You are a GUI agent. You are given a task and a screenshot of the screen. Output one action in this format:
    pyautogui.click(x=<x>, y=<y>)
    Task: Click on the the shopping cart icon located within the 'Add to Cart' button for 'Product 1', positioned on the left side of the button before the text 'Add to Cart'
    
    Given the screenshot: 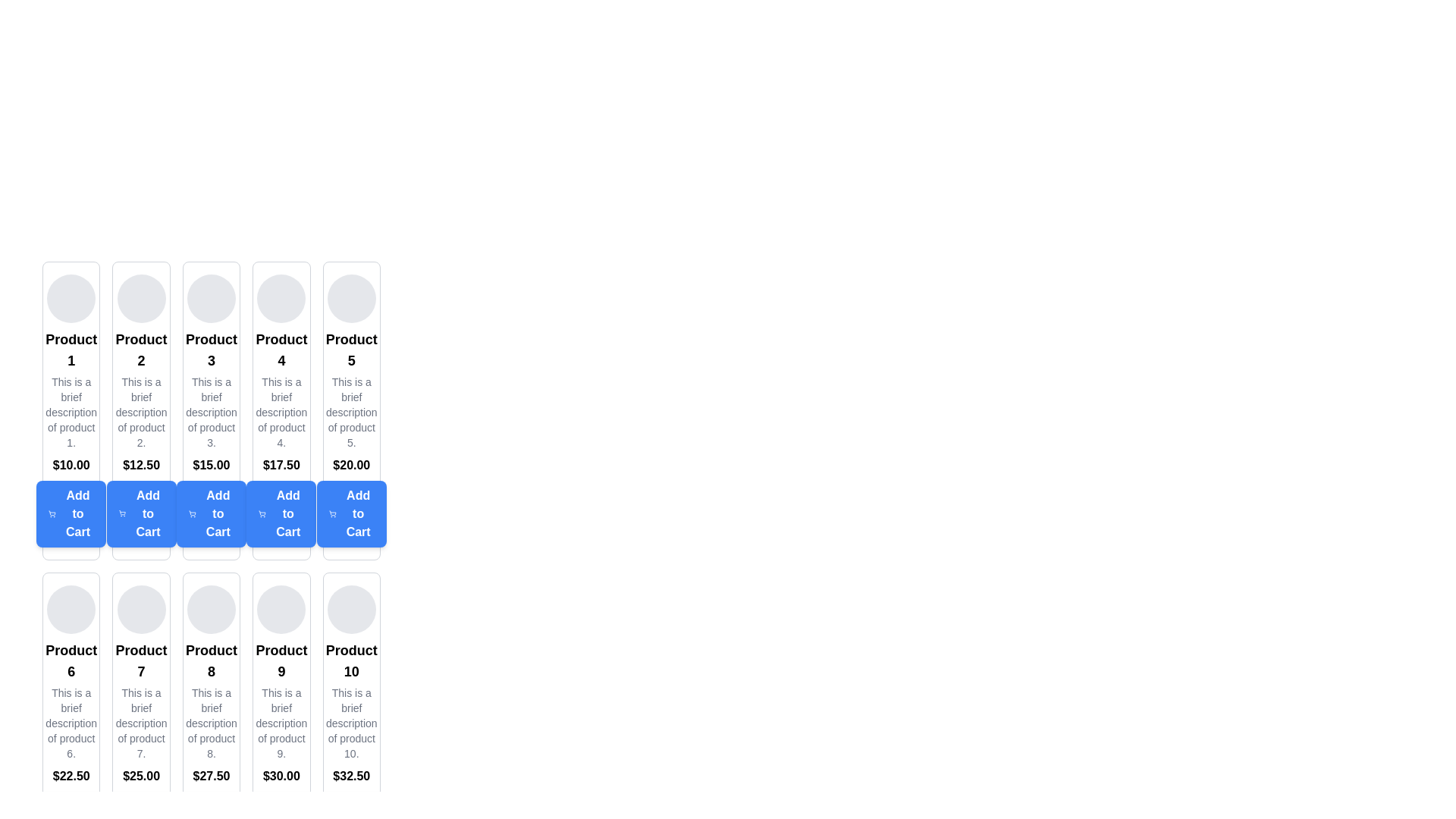 What is the action you would take?
    pyautogui.click(x=52, y=513)
    